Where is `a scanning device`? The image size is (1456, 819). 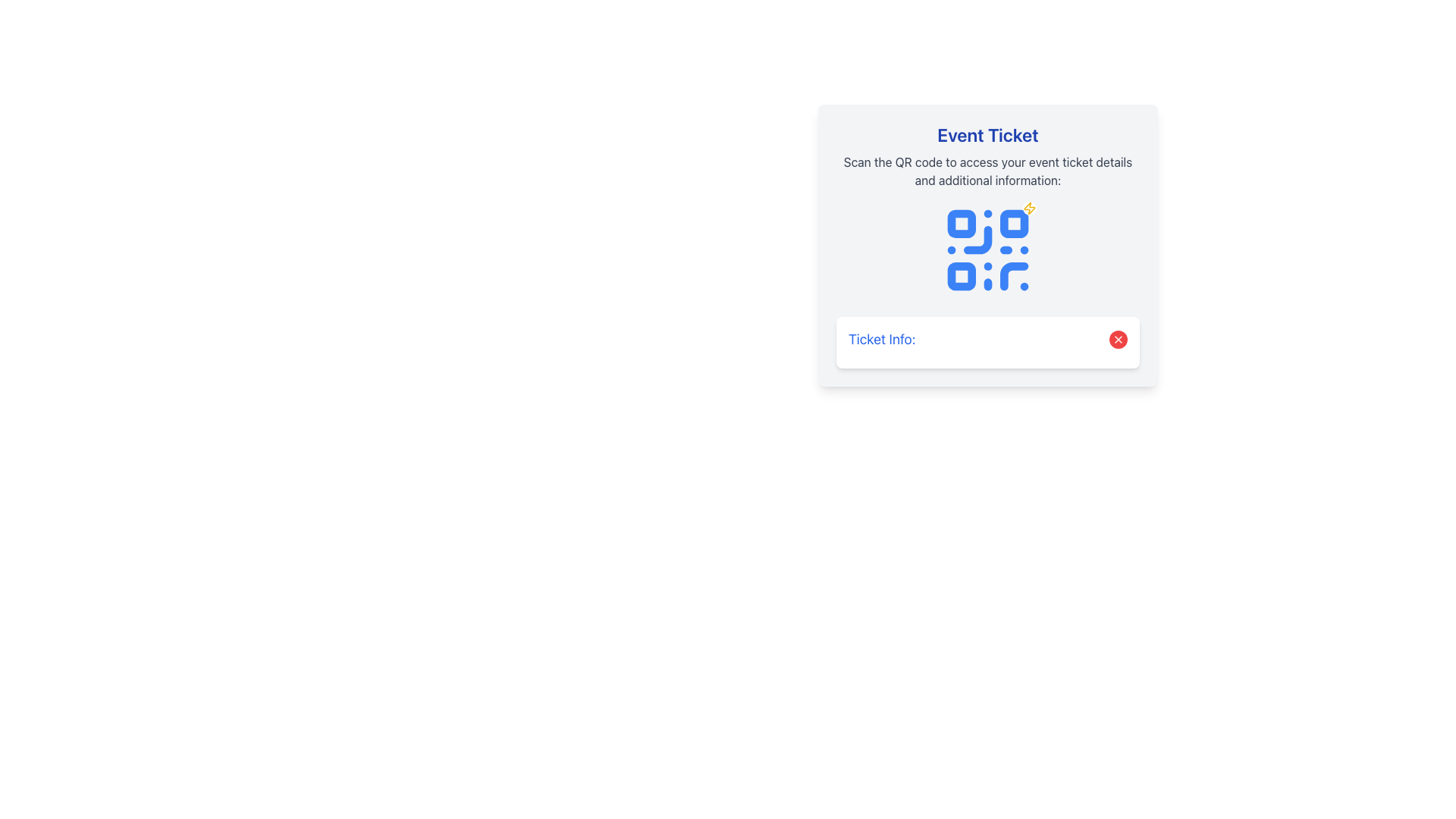
a scanning device is located at coordinates (987, 249).